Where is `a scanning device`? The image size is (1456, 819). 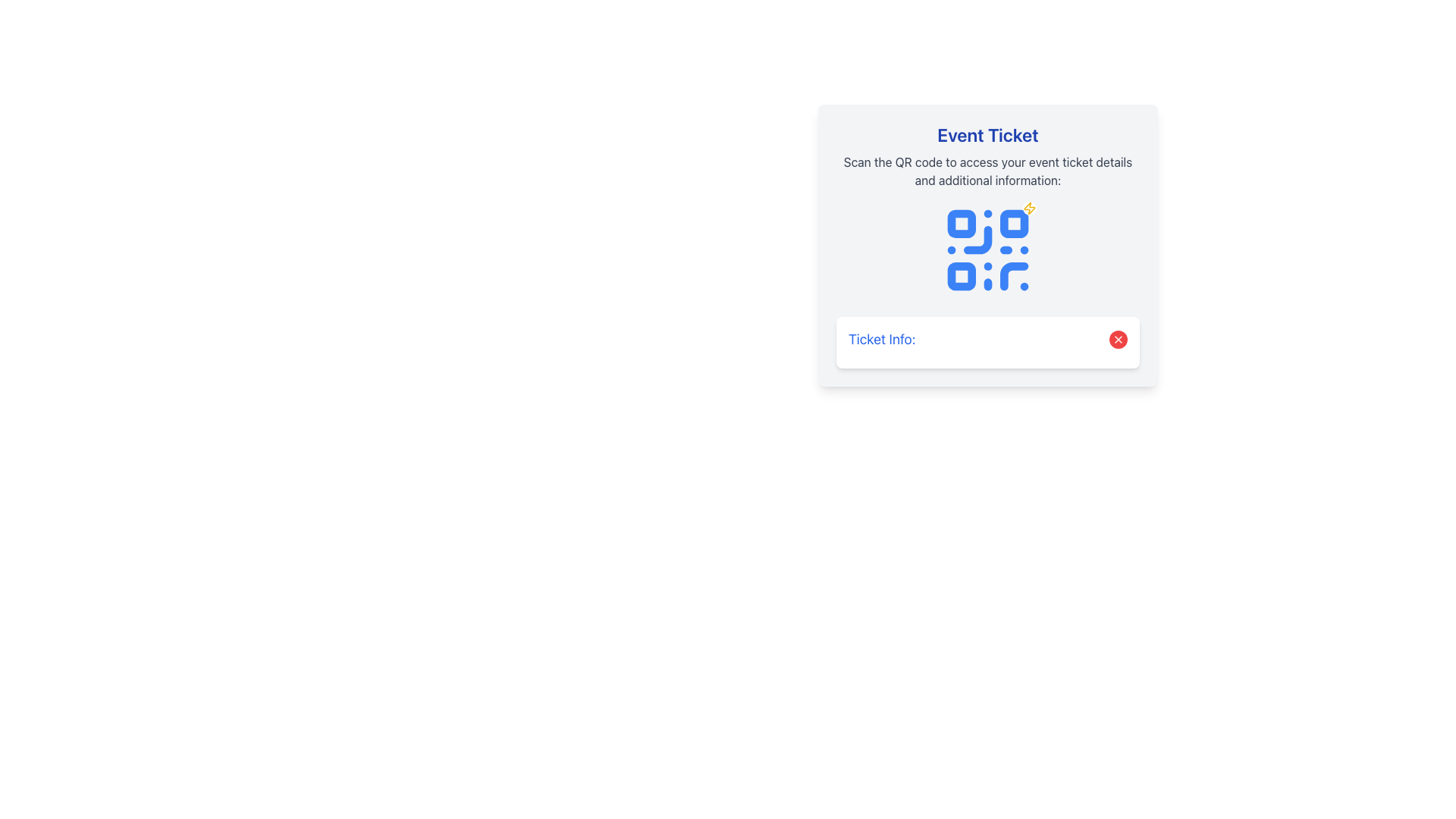
a scanning device is located at coordinates (987, 249).